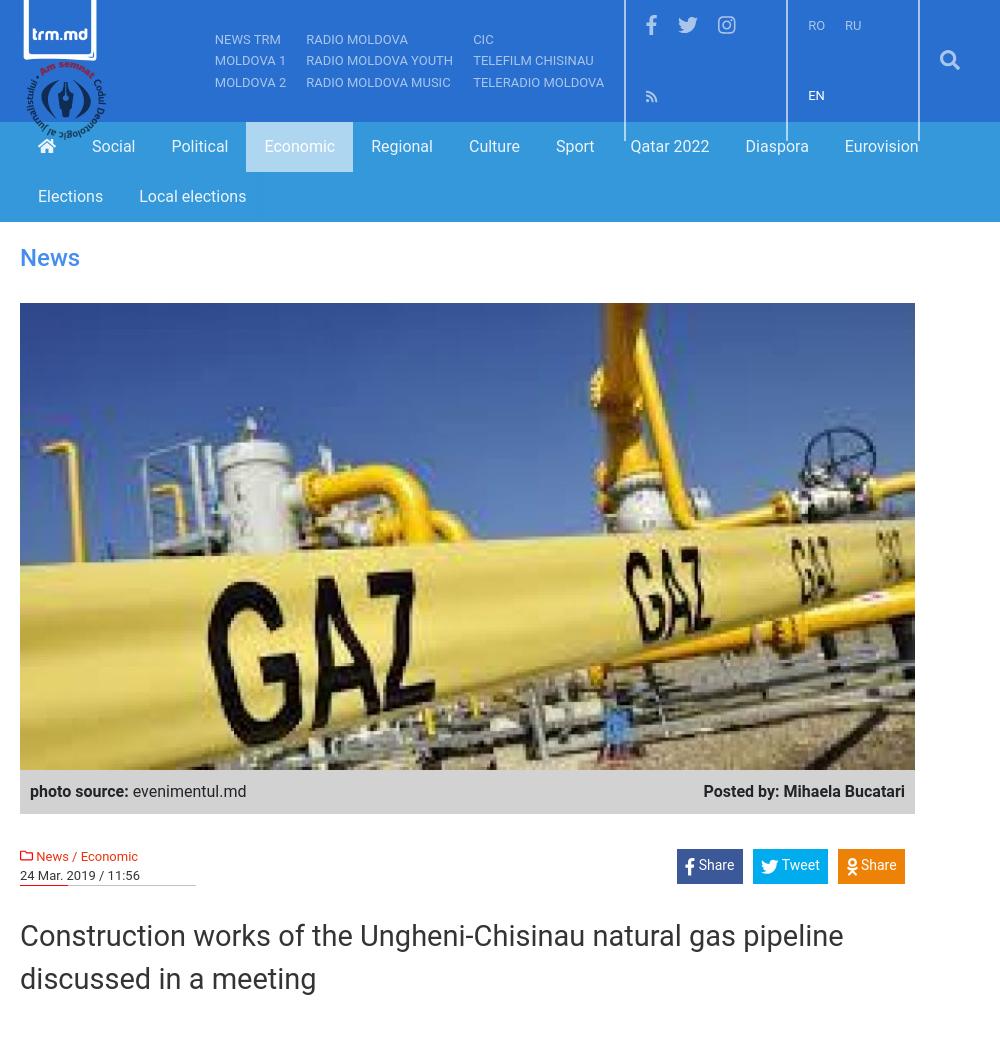  What do you see at coordinates (84, 855) in the screenshot?
I see `'News / Economic'` at bounding box center [84, 855].